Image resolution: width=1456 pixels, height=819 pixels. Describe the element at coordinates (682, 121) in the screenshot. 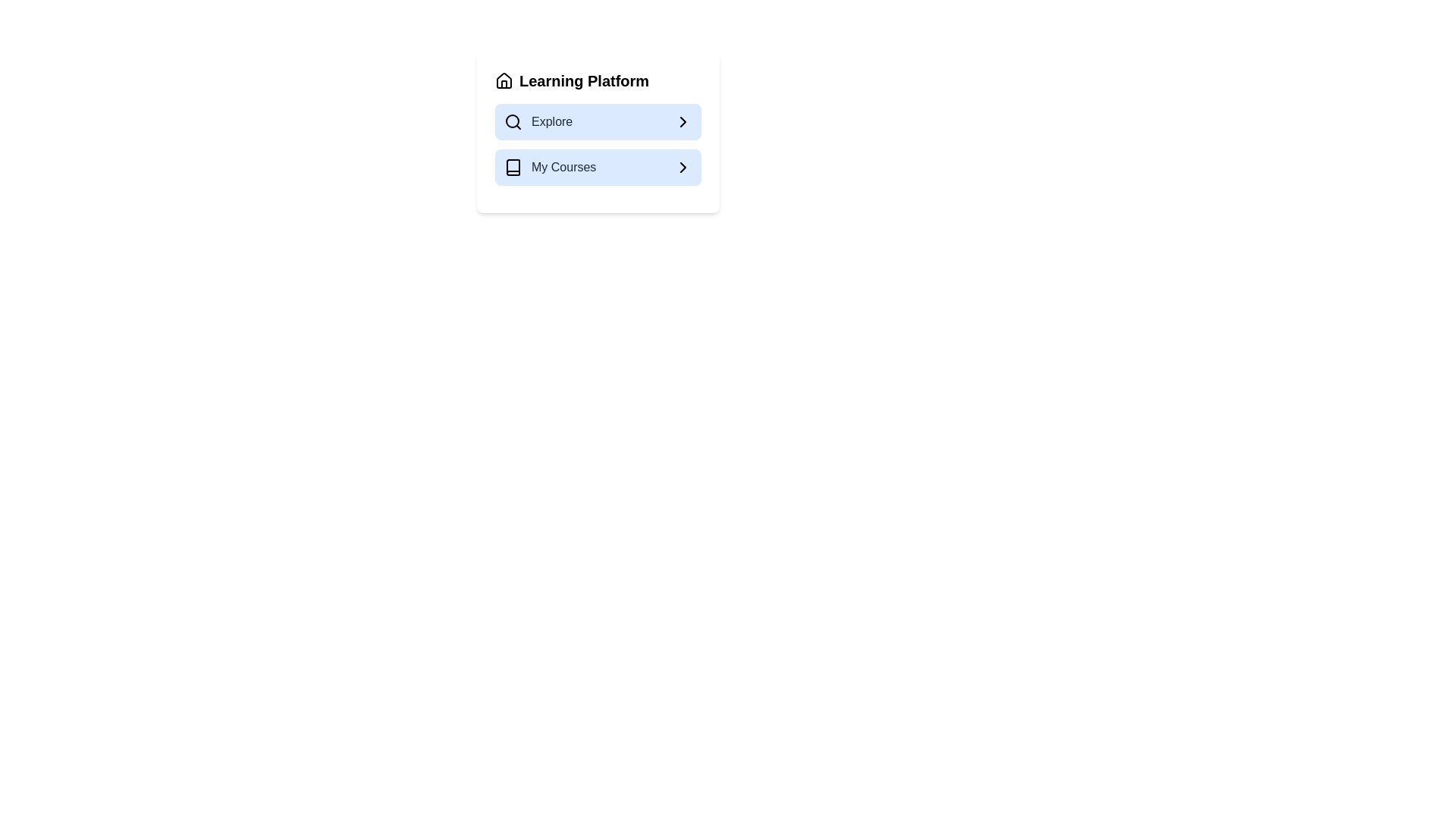

I see `rightward indicator icon within the 'Explore' menu of the 'Learning Platform' interface to check its visual state` at that location.